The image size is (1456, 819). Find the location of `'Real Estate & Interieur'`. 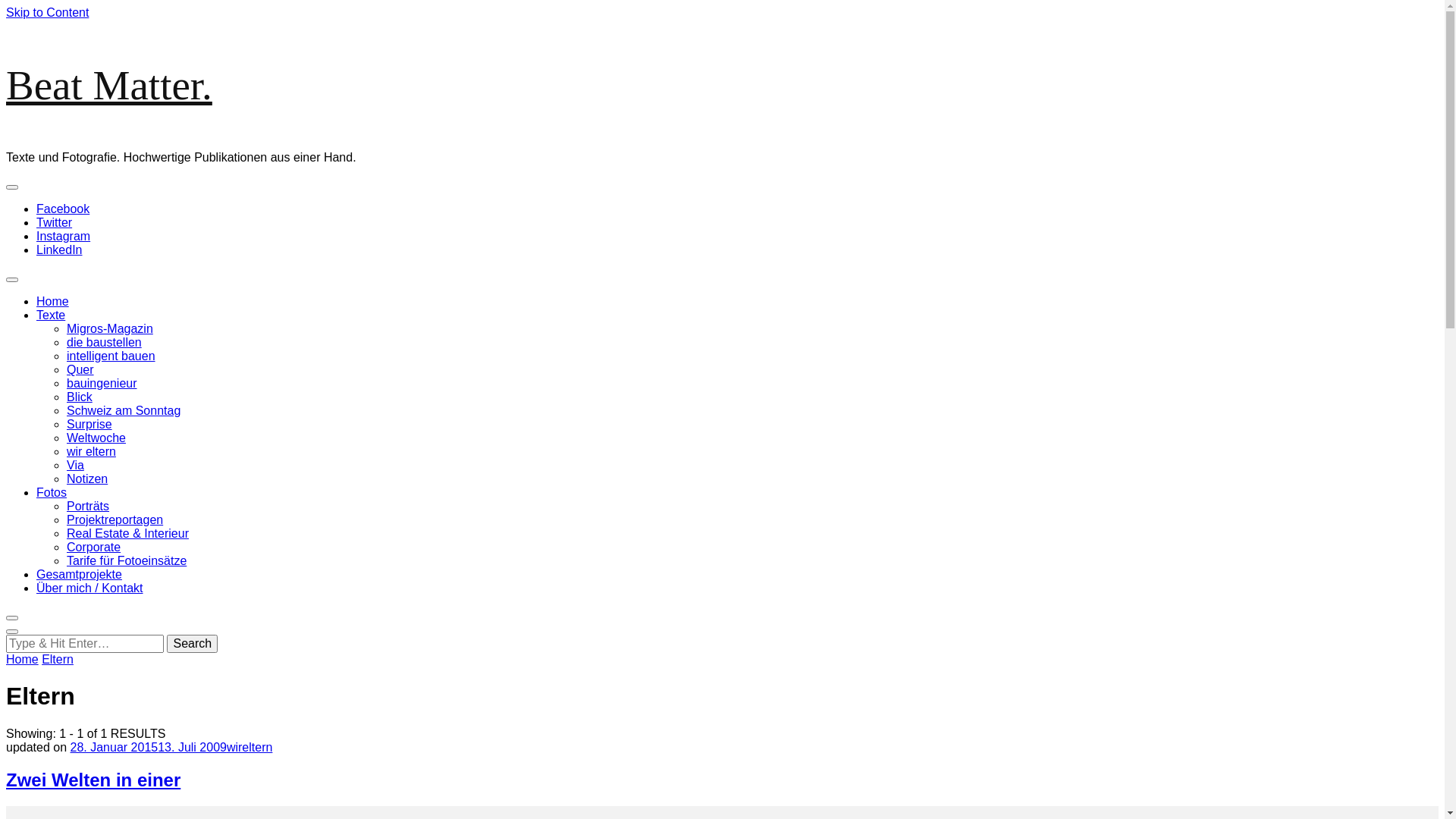

'Real Estate & Interieur' is located at coordinates (65, 532).